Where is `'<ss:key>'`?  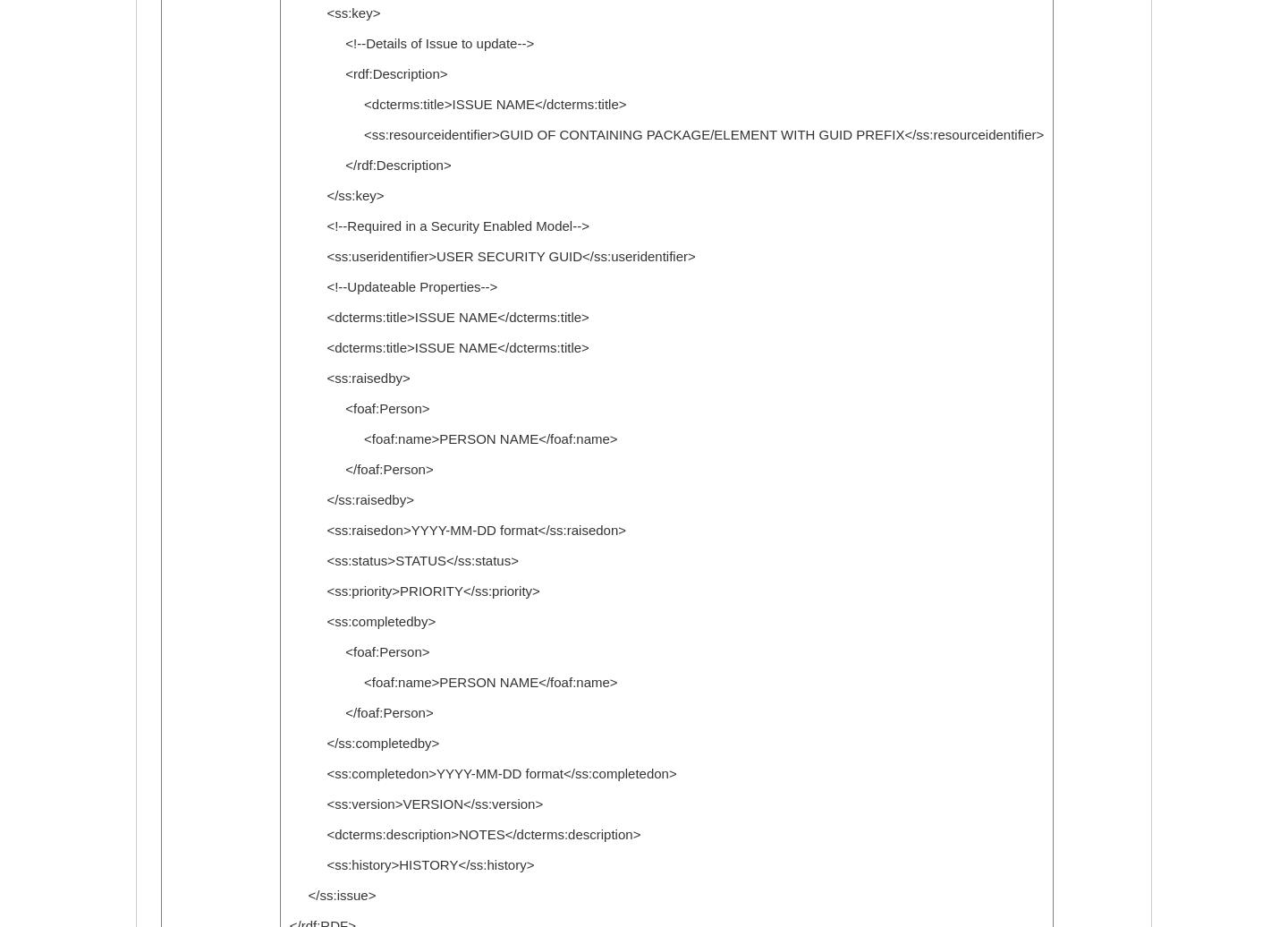 '<ss:key>' is located at coordinates (333, 13).